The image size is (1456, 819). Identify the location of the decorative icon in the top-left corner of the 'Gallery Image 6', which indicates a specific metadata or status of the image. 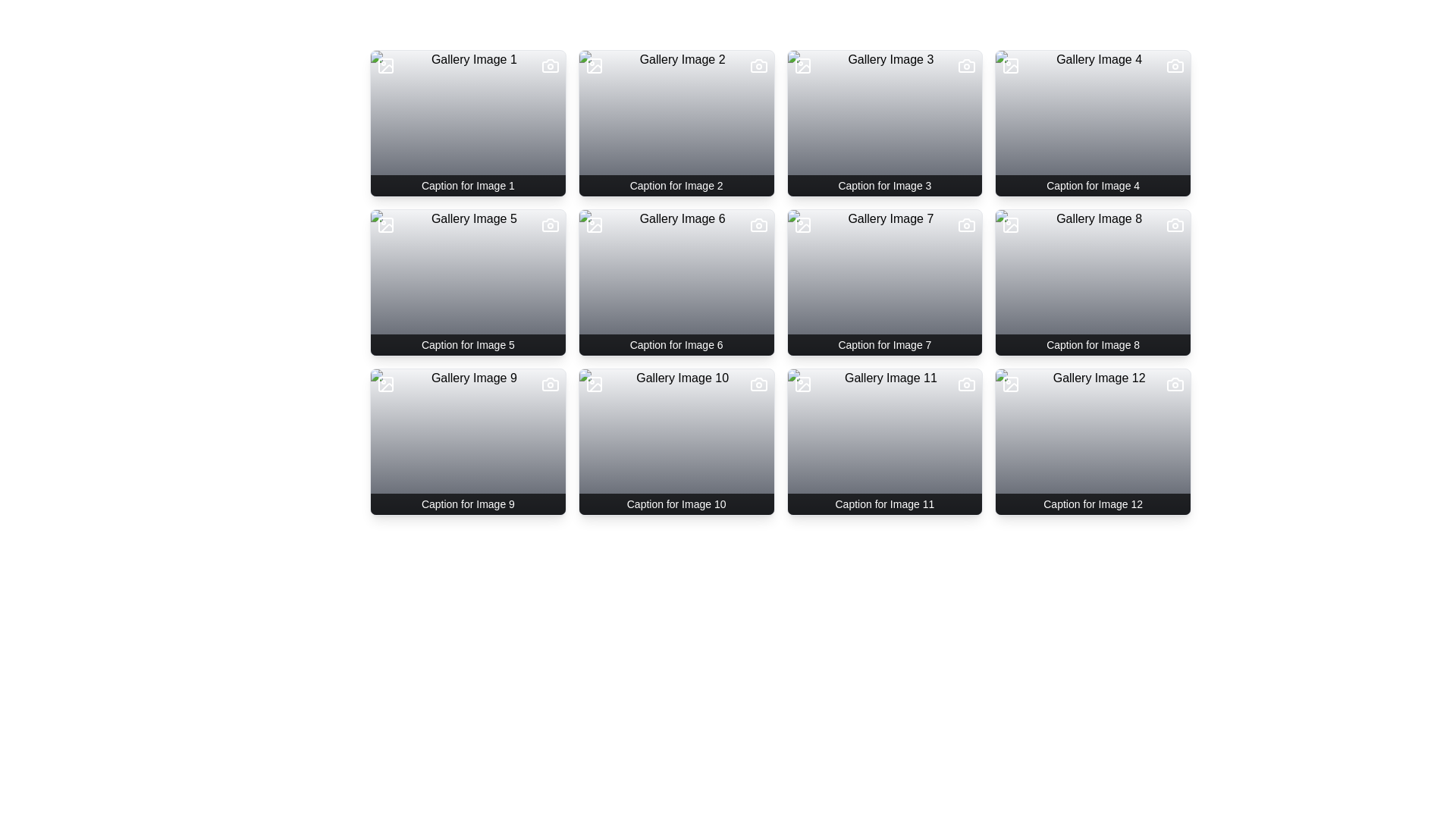
(595, 228).